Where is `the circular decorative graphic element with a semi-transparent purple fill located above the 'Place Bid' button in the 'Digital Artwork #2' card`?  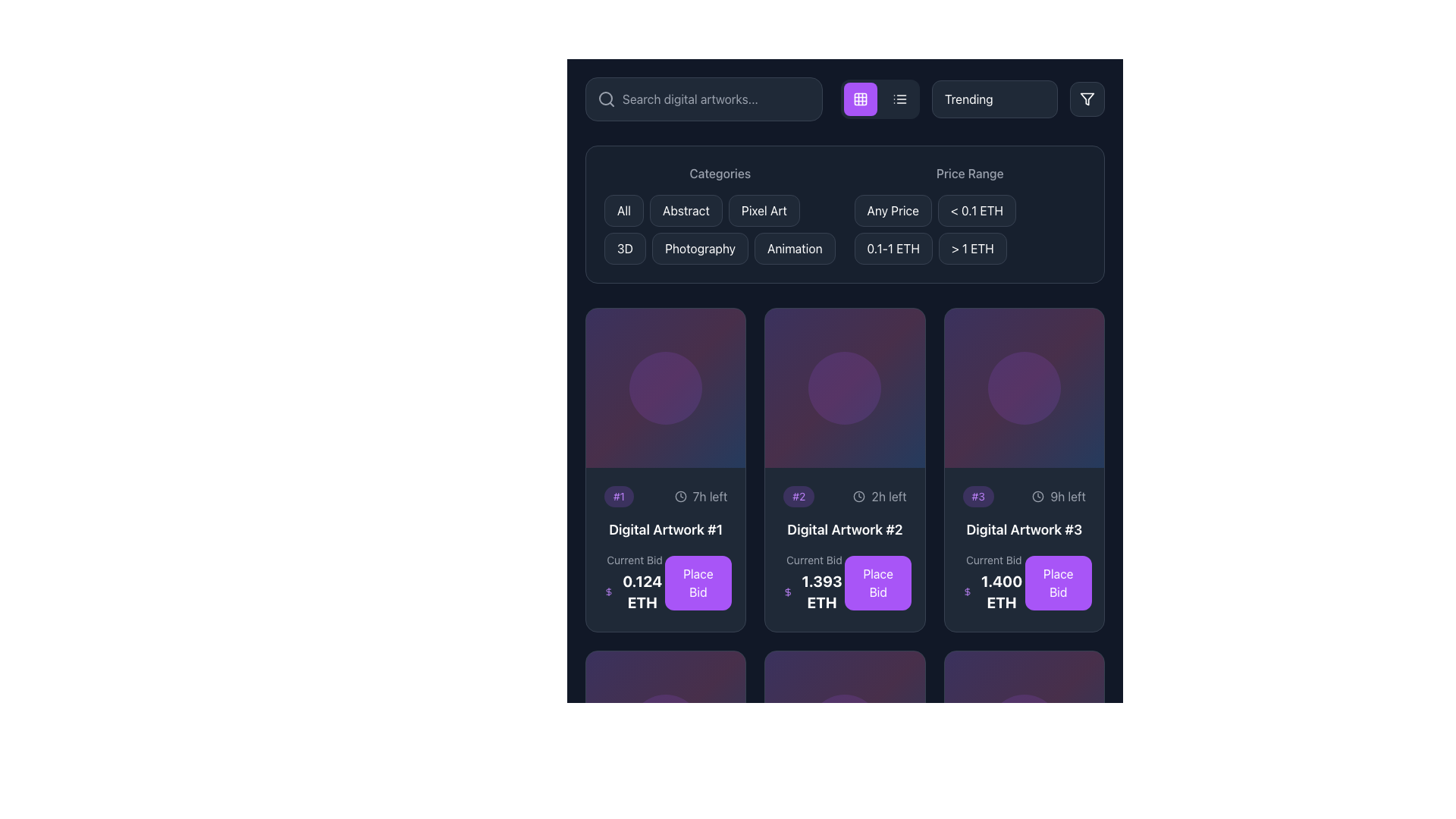
the circular decorative graphic element with a semi-transparent purple fill located above the 'Place Bid' button in the 'Digital Artwork #2' card is located at coordinates (844, 388).